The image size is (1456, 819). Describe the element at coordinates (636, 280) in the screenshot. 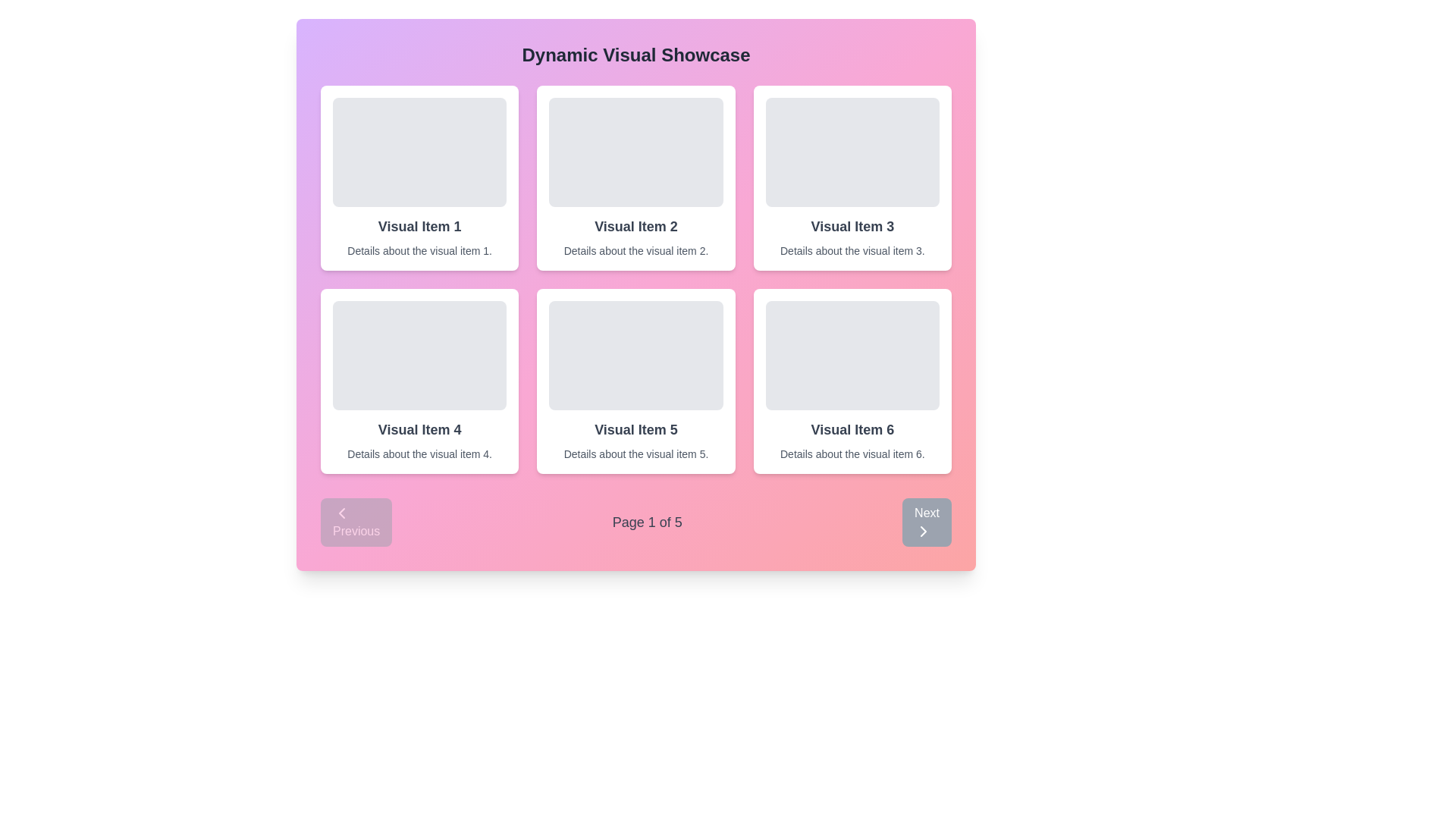

I see `the center of the grid layout containing six sections to visualize its structure` at that location.